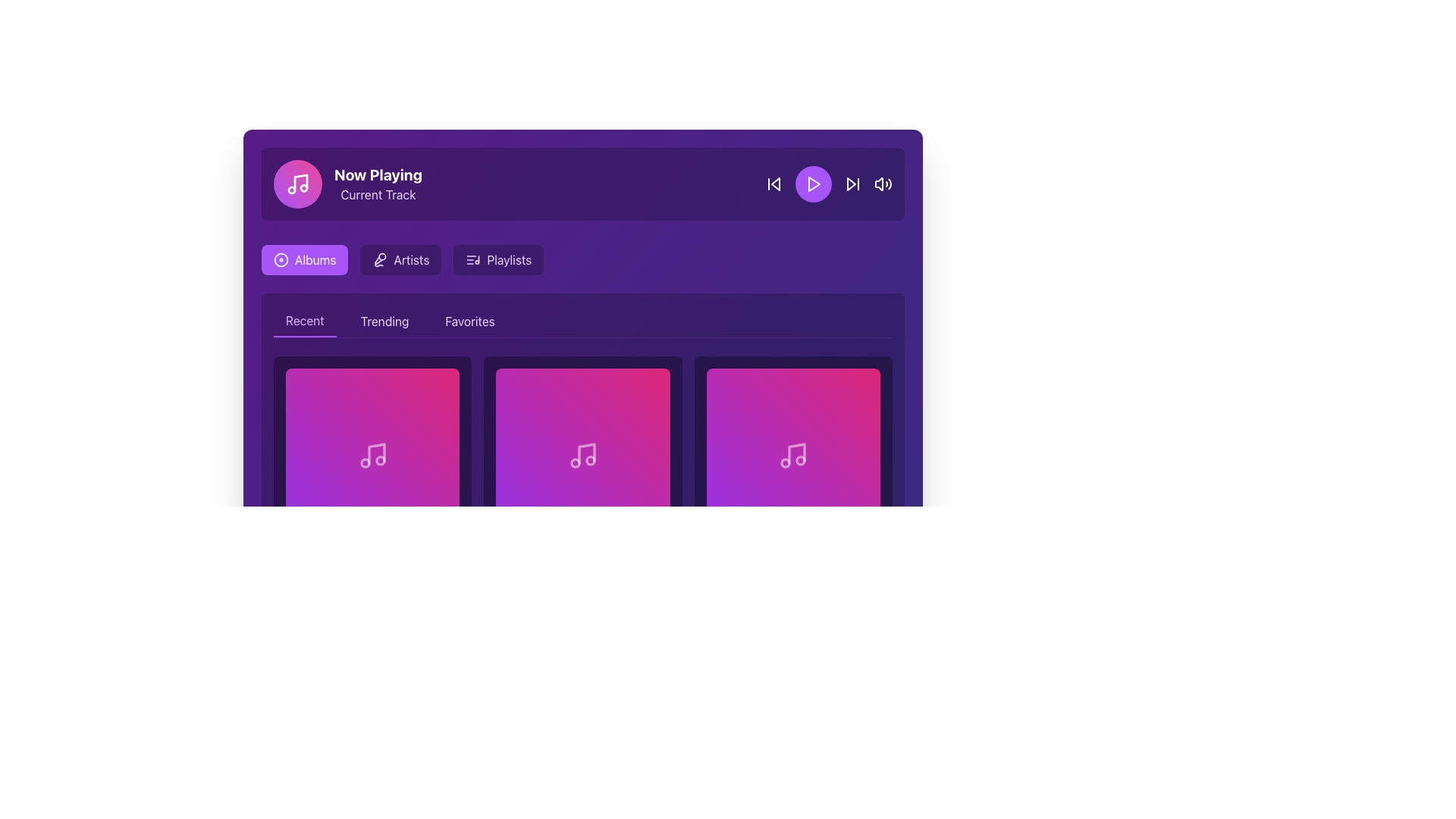 The image size is (1456, 819). I want to click on the 'Trending' button, which is a text label with a purple font color that becomes lighter on hover and is centrally aligned among three clickable labels ('Recent', 'Trending', 'Favorites'), so click(384, 321).